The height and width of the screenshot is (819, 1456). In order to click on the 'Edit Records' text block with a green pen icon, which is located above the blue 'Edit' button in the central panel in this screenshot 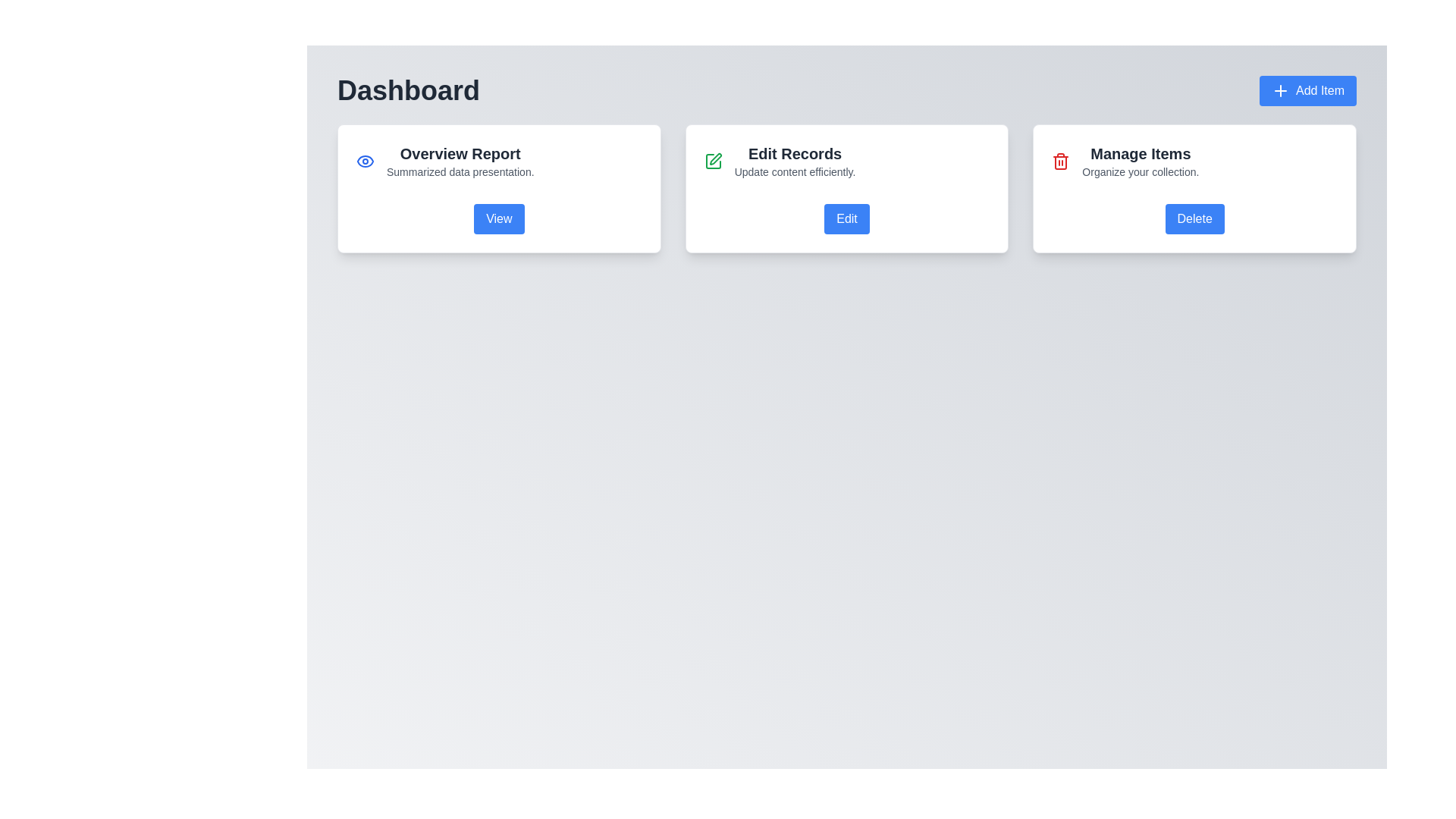, I will do `click(846, 161)`.